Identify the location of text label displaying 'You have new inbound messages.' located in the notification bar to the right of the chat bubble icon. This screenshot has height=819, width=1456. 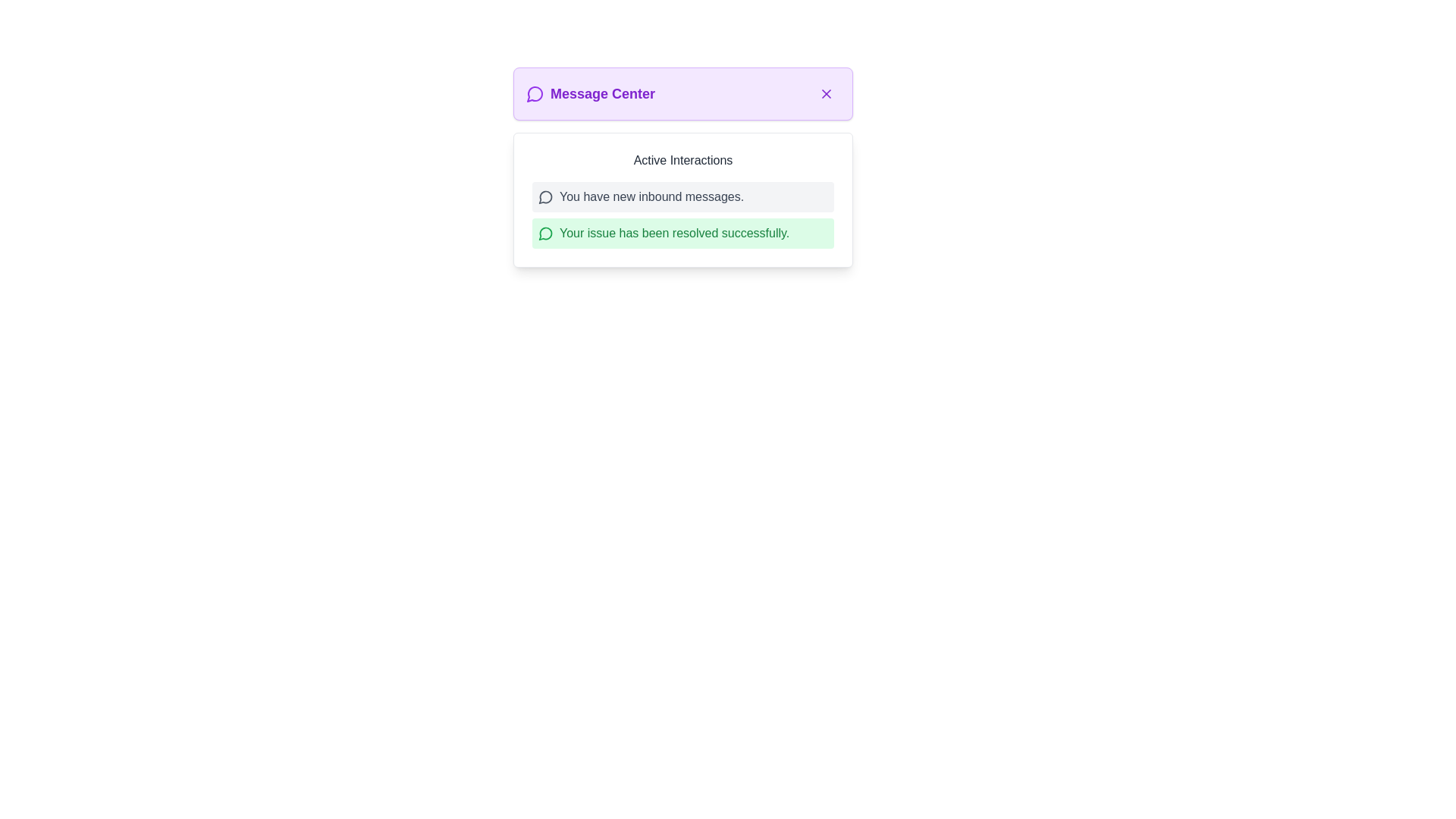
(651, 196).